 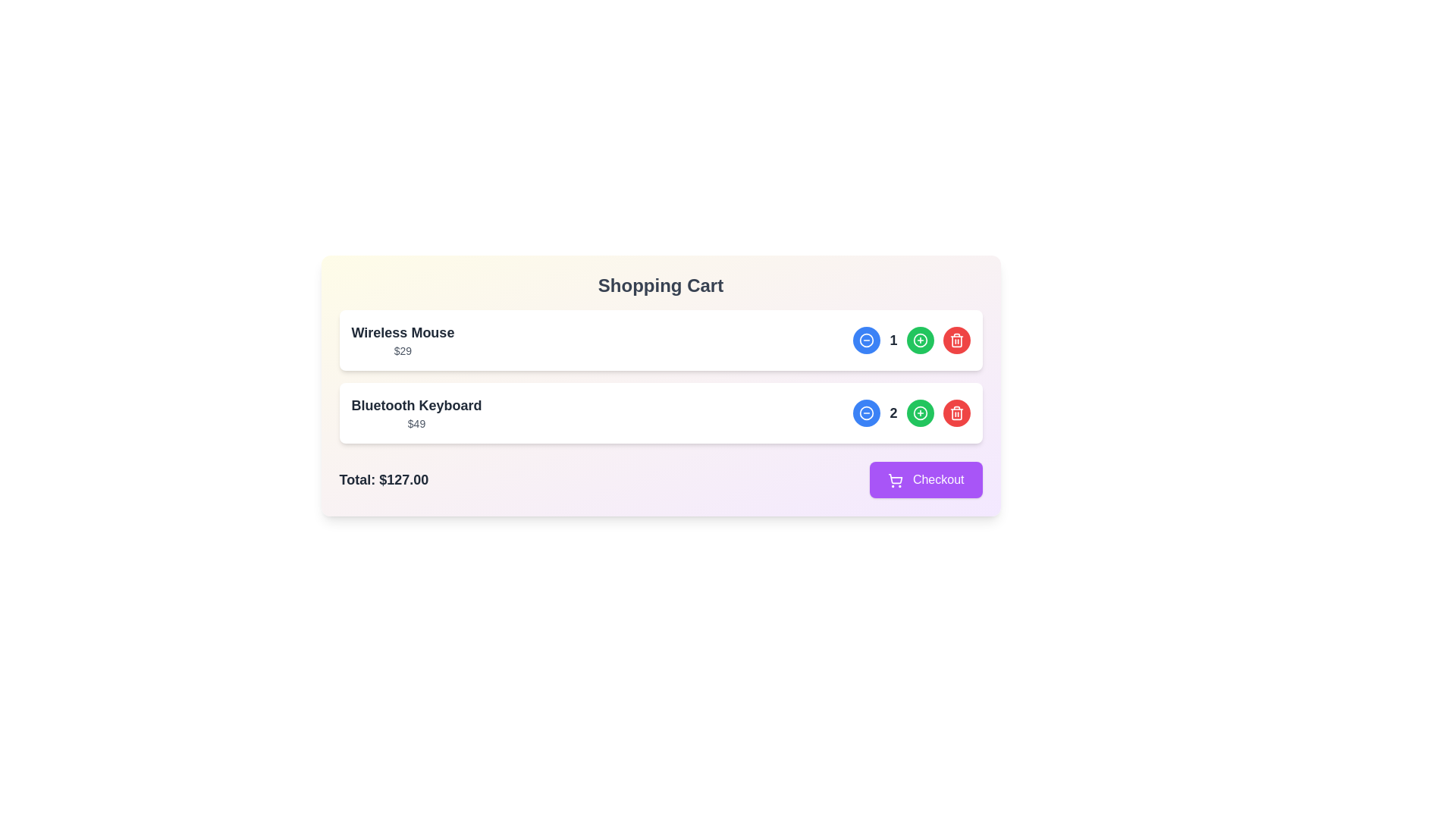 What do you see at coordinates (911, 413) in the screenshot?
I see `the dynamically changing count displayed as the number '2' in bold dark gray within the Bluetooth Keyboard item in the shopping cart, located between the green plus button and the blue minus button` at bounding box center [911, 413].